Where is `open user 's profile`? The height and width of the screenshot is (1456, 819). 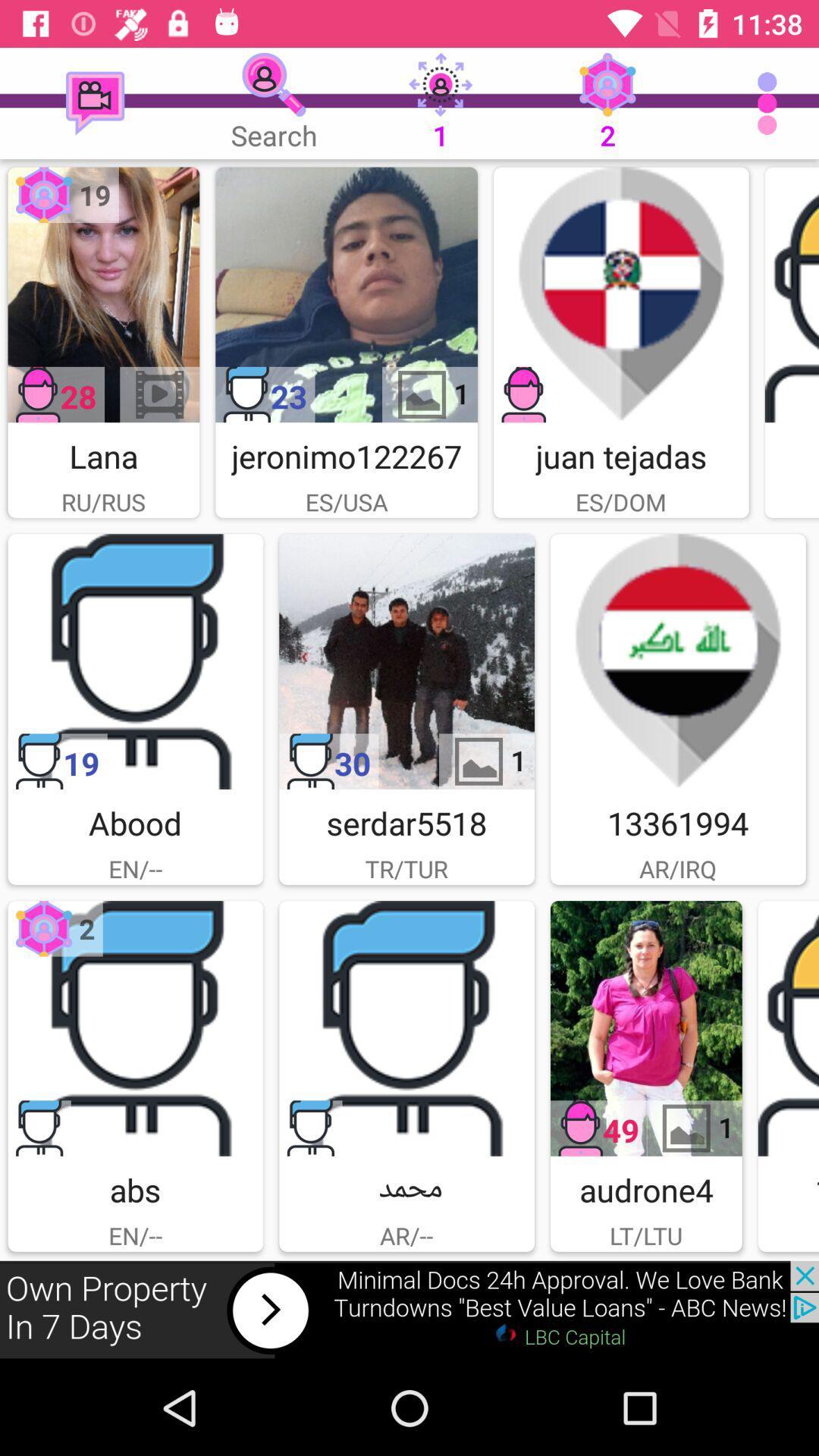 open user 's profile is located at coordinates (791, 294).